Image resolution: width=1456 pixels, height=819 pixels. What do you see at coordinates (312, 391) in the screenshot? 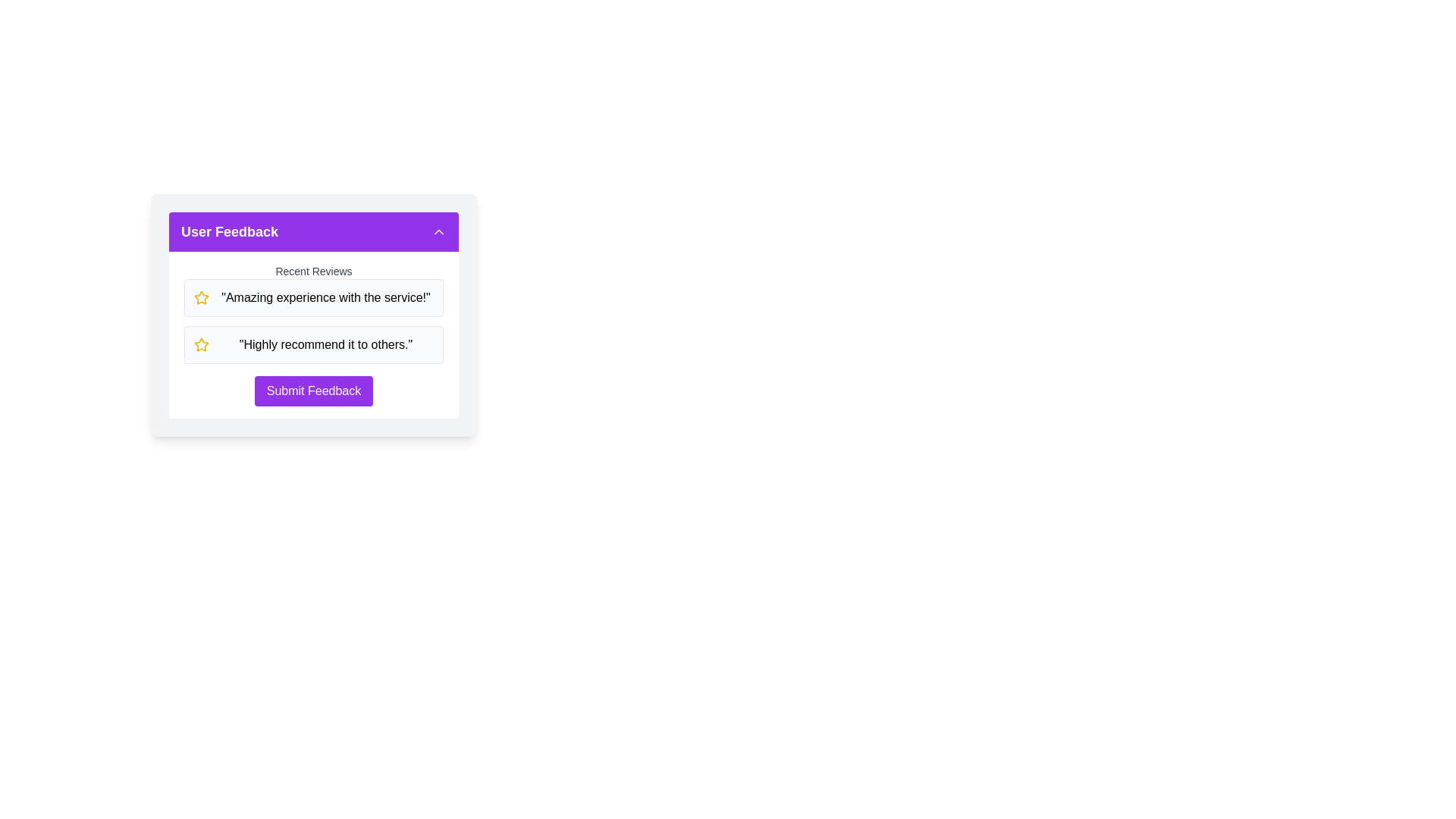
I see `the 'Submit Feedback' button, which has a purple background and white text, located under the 'User Feedback' section` at bounding box center [312, 391].